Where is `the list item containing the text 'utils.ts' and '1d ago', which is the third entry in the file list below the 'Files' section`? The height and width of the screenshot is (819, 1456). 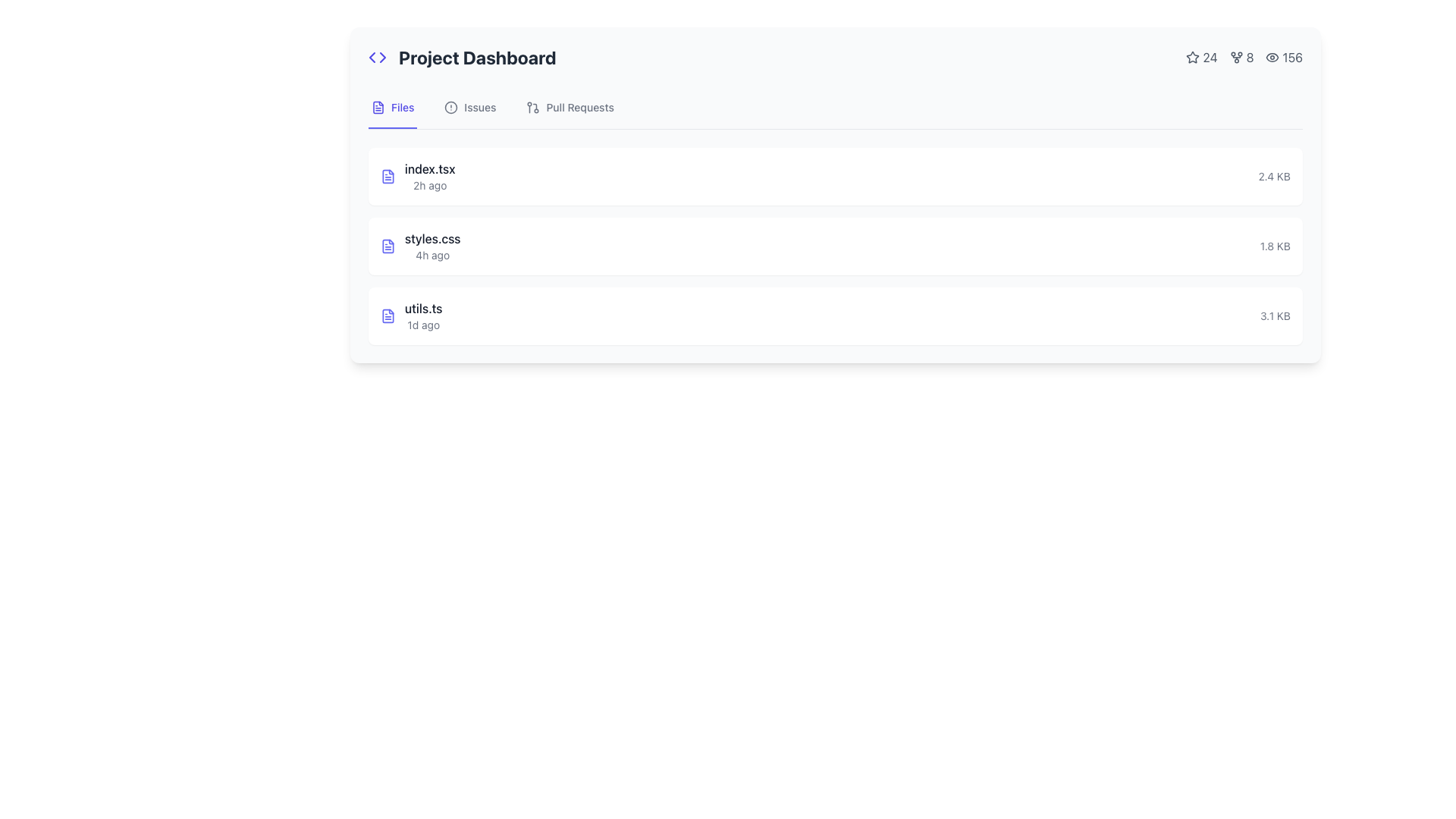 the list item containing the text 'utils.ts' and '1d ago', which is the third entry in the file list below the 'Files' section is located at coordinates (411, 315).